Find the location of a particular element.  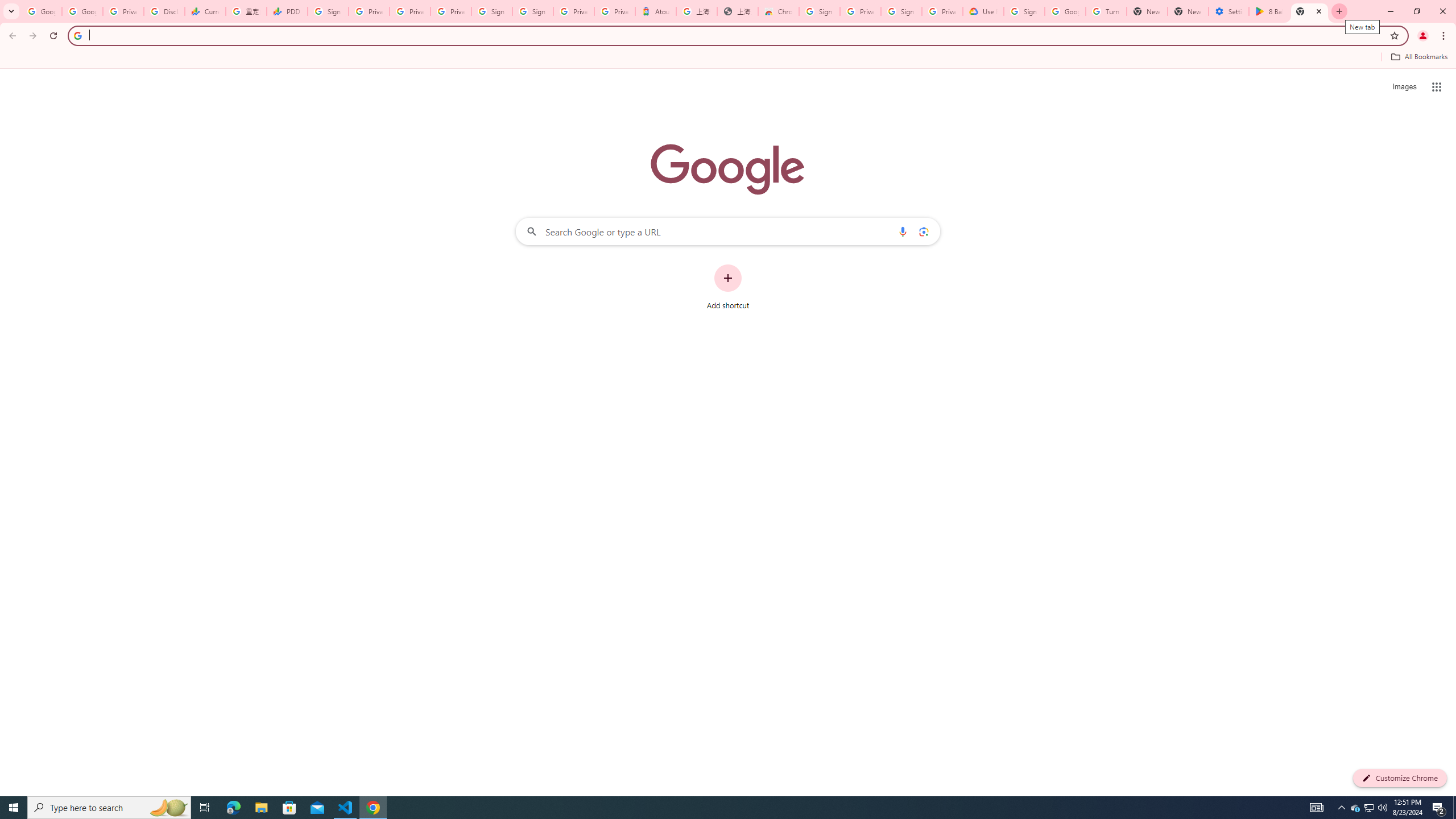

'Search for Images ' is located at coordinates (1404, 87).